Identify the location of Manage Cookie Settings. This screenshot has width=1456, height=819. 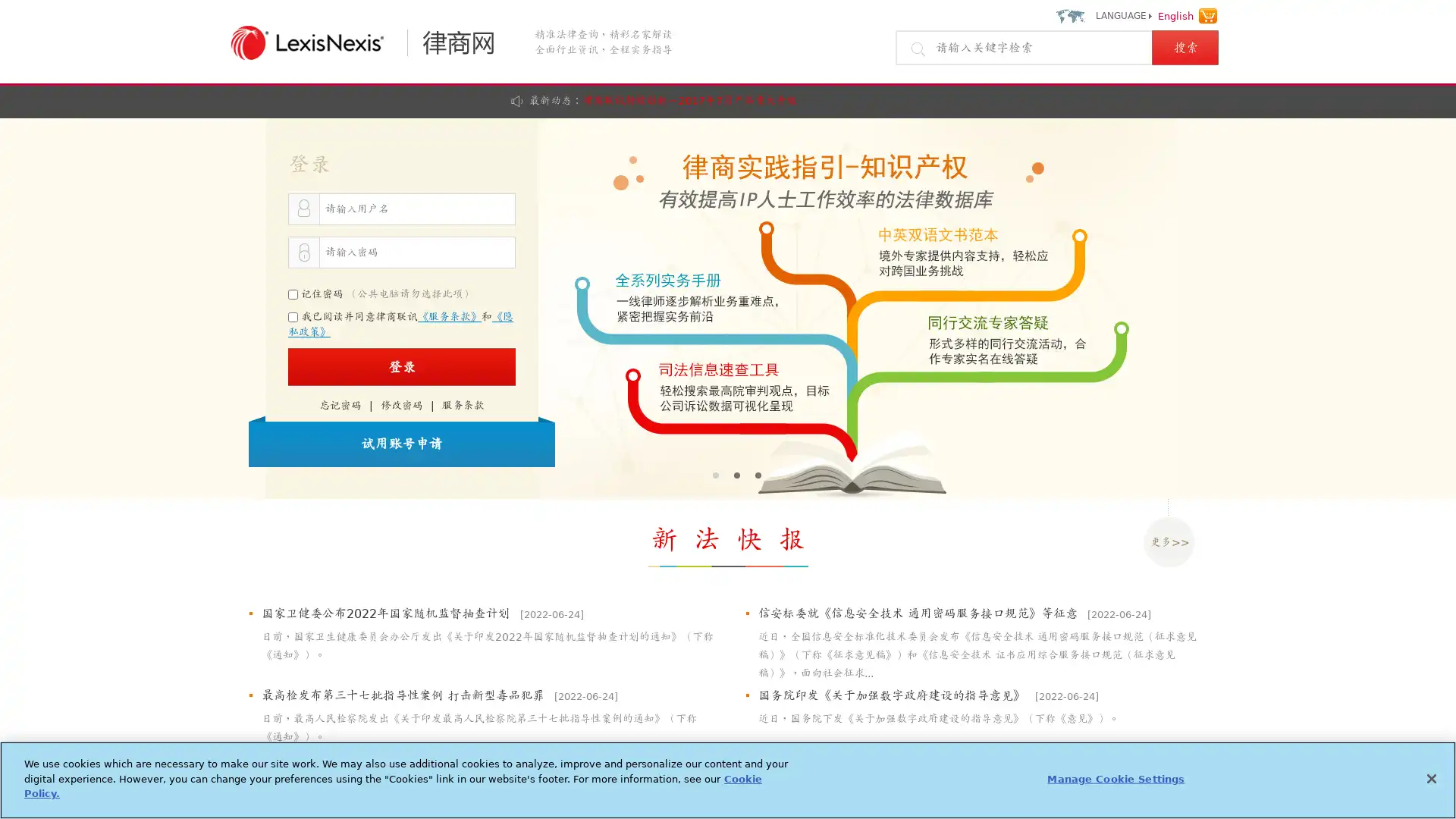
(1116, 778).